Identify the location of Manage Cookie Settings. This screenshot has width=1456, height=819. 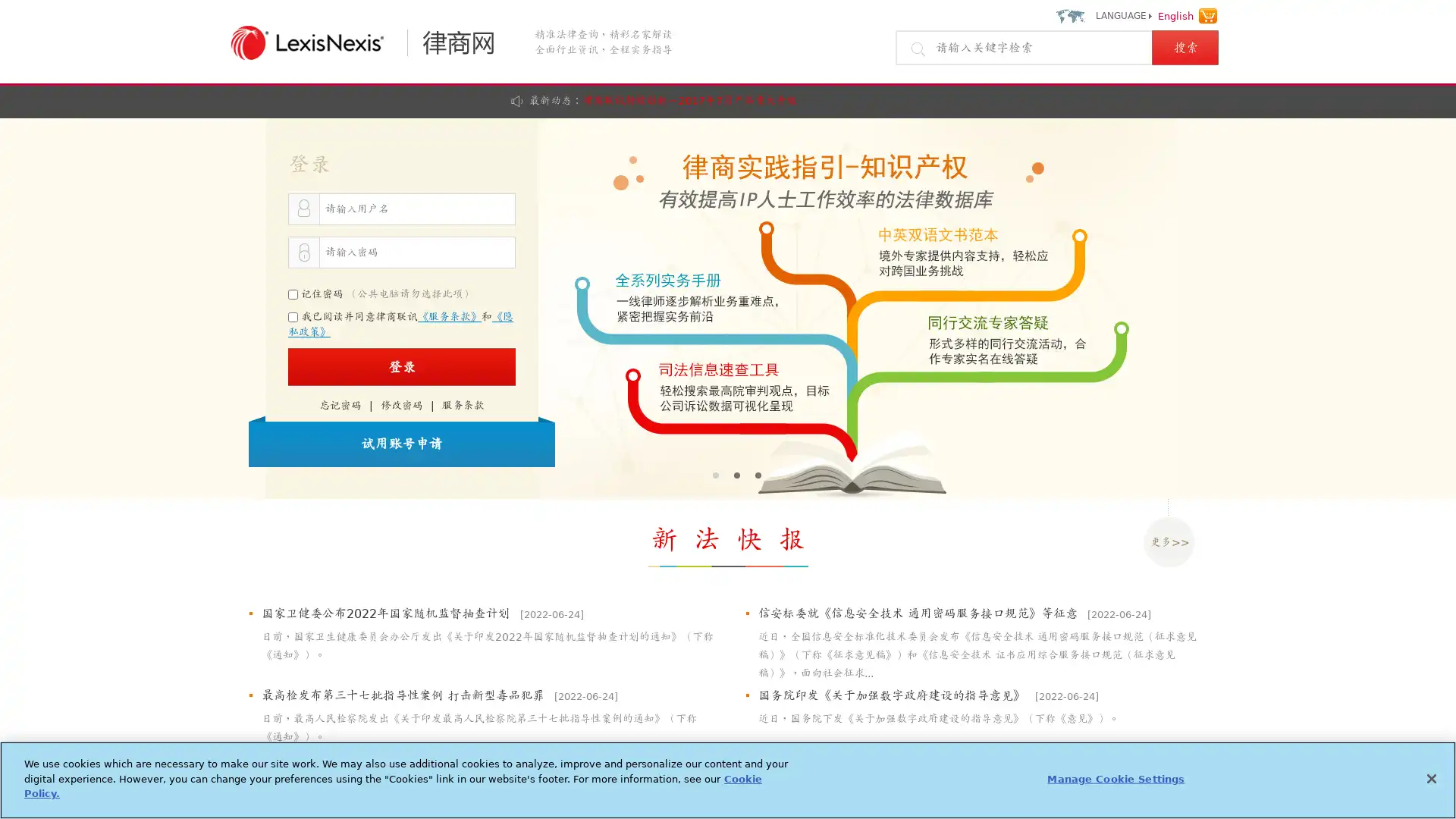
(1116, 778).